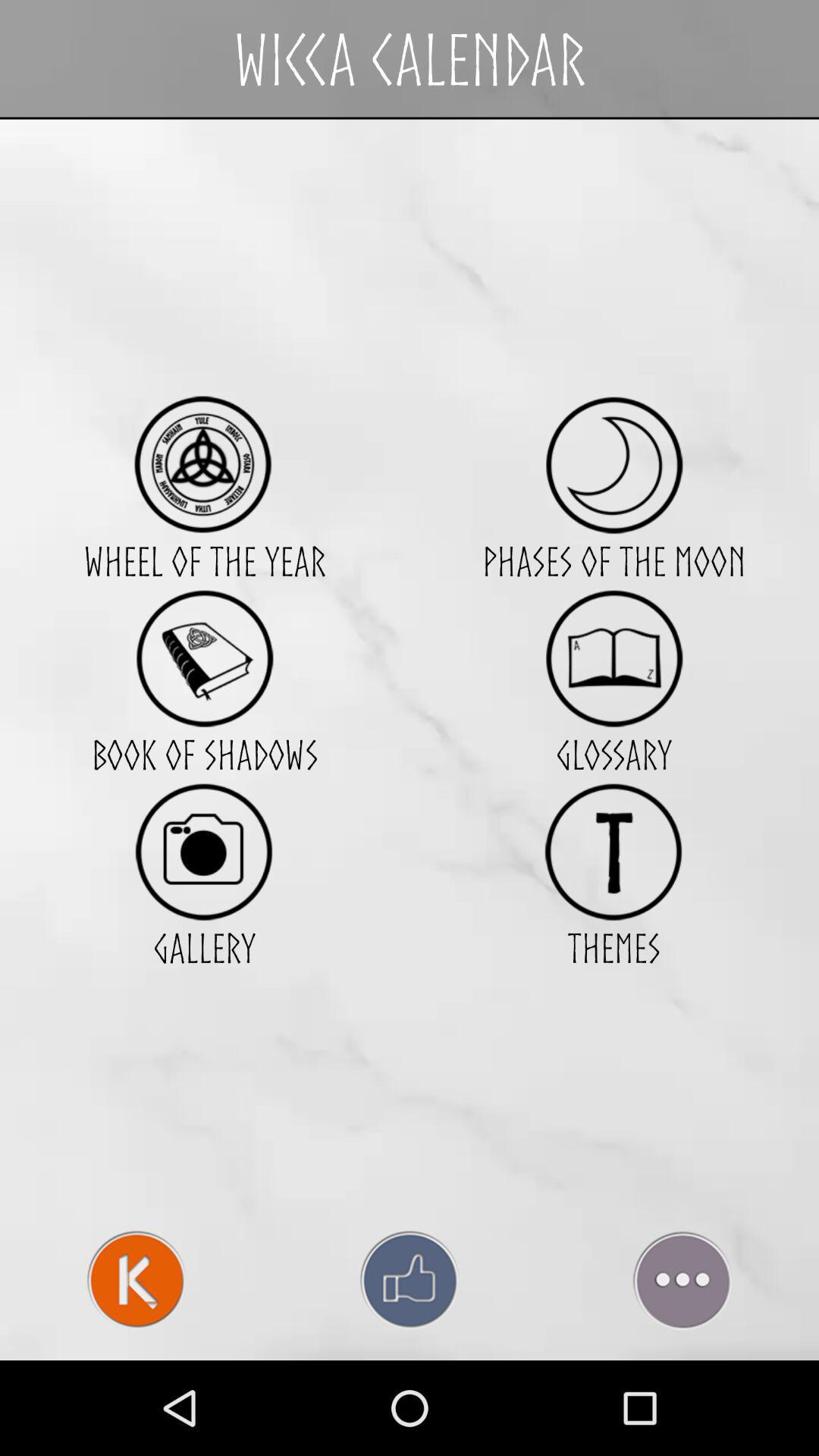 Image resolution: width=819 pixels, height=1456 pixels. Describe the element at coordinates (613, 852) in the screenshot. I see `open theme menu` at that location.